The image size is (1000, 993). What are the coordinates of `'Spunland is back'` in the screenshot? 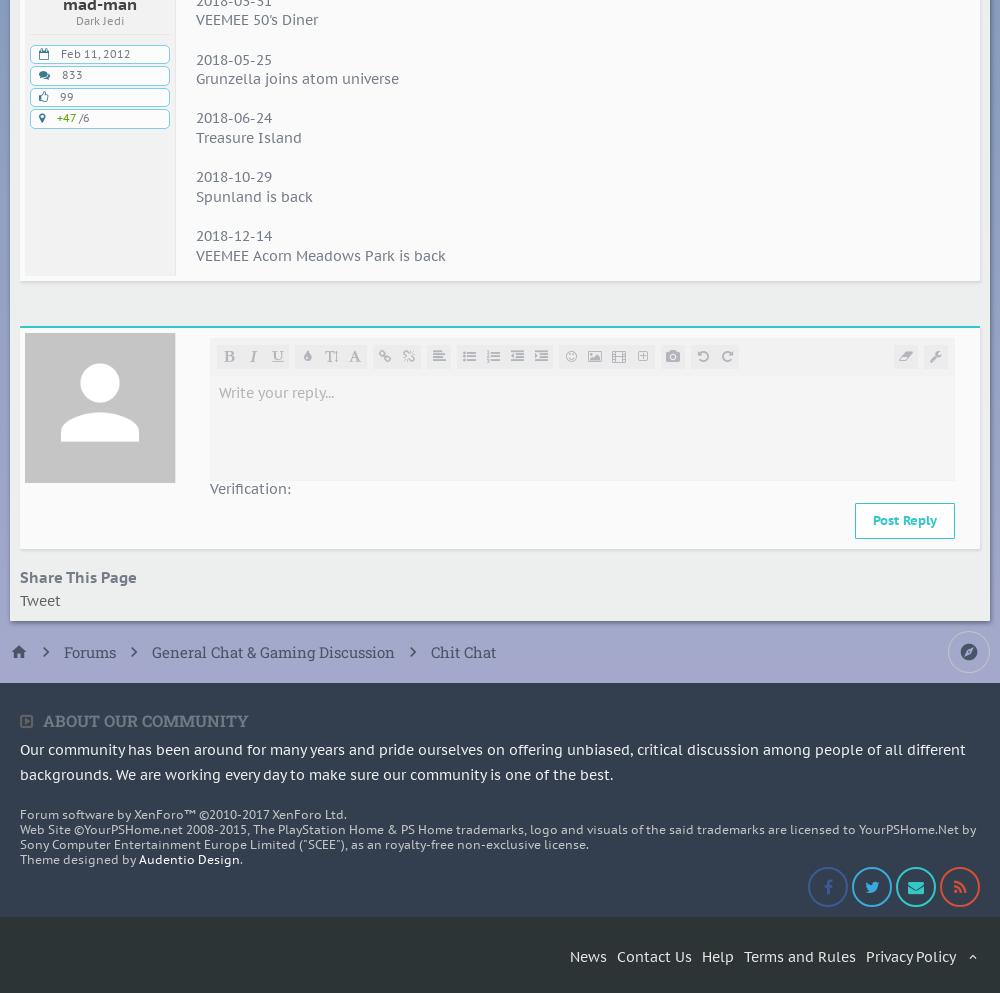 It's located at (195, 196).